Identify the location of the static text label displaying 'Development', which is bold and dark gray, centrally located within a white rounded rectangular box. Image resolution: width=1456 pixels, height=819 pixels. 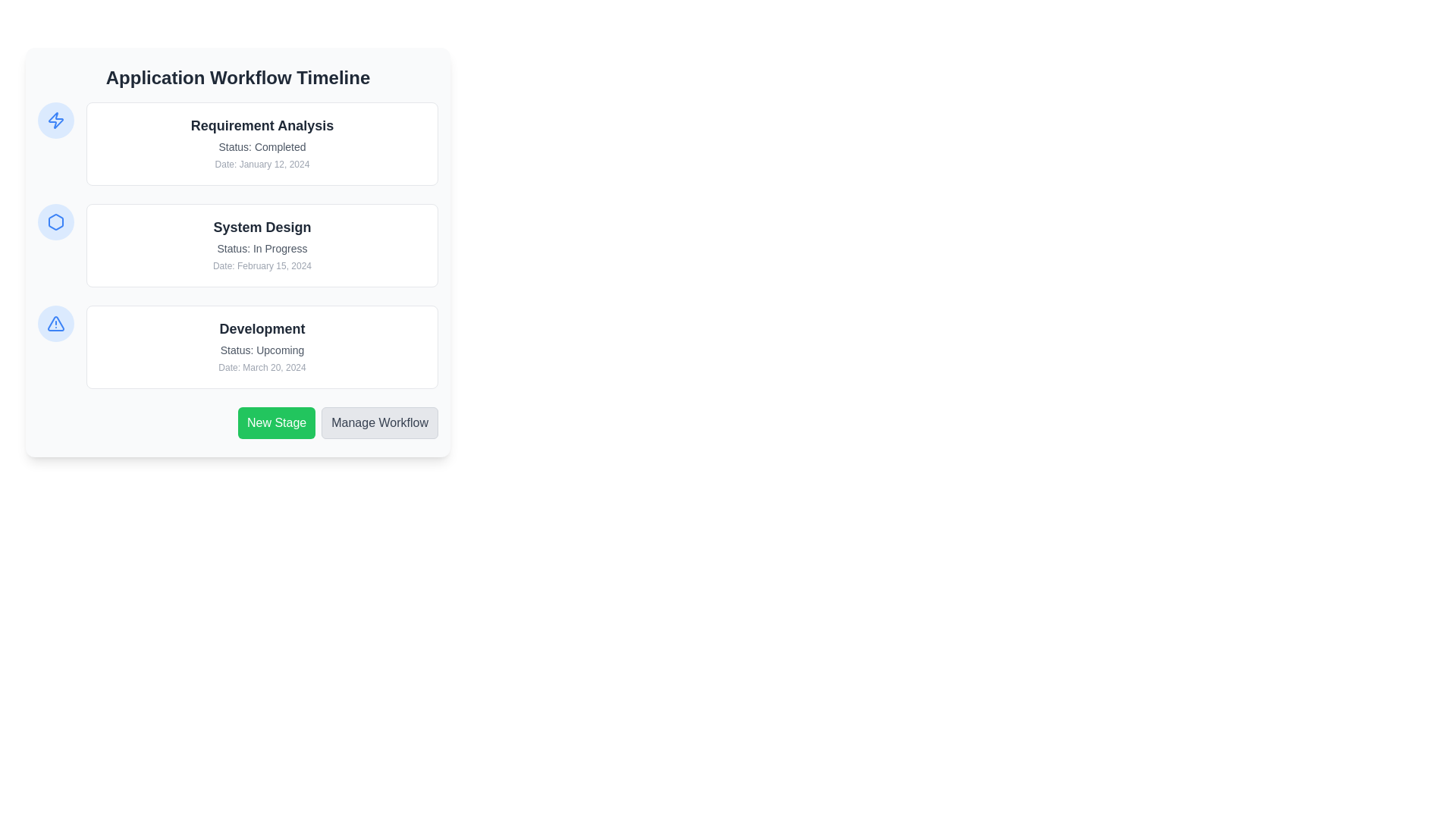
(262, 328).